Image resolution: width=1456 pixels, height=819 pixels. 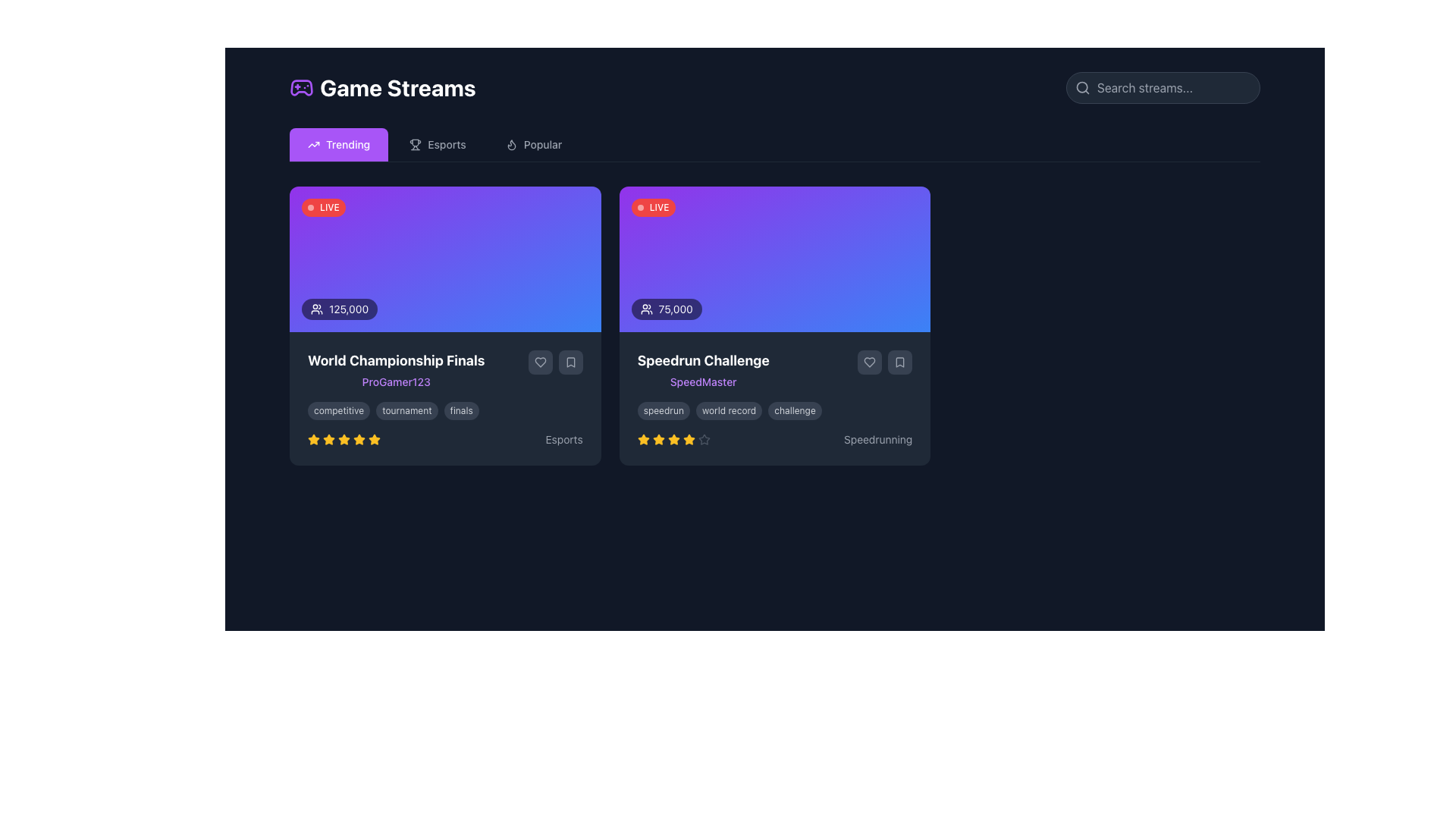 What do you see at coordinates (540, 362) in the screenshot?
I see `the heart-shaped icon with a hollow center located in the bottom-right corner of the 'World Championship Finals' game stream card to 'like' or 'favorite' the stream` at bounding box center [540, 362].